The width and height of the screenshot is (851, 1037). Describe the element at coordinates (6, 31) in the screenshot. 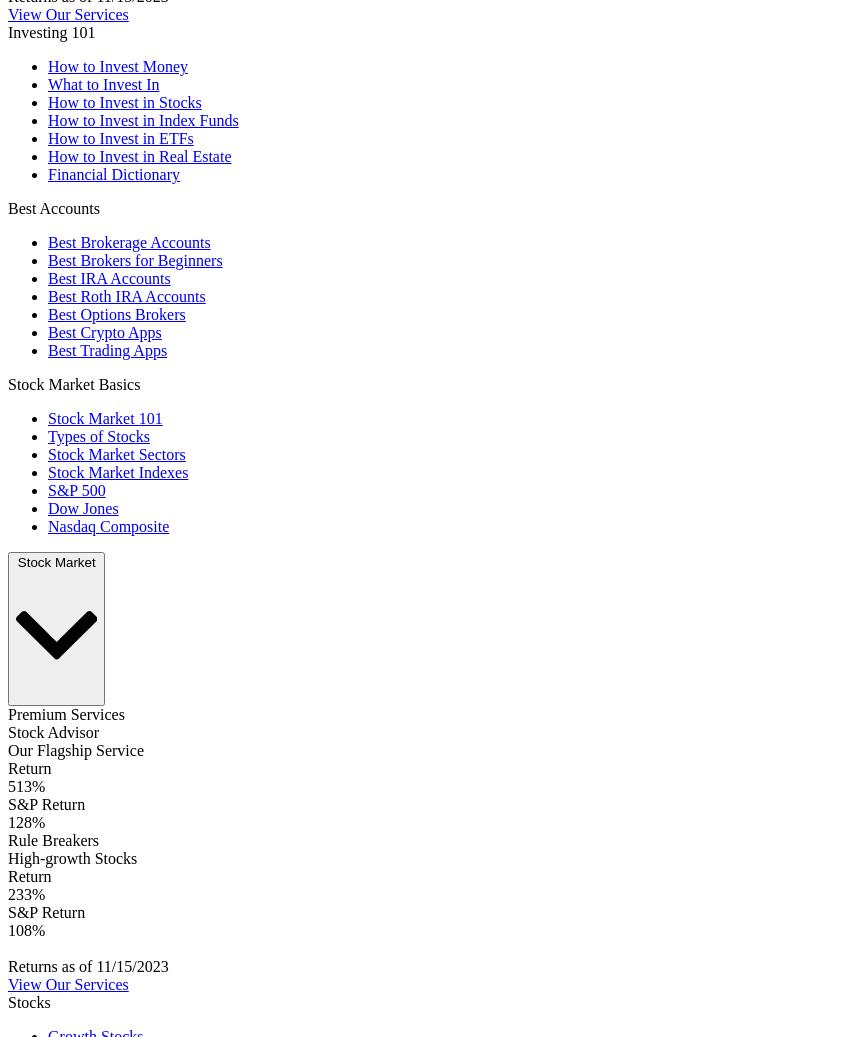

I see `'Investing 101'` at that location.